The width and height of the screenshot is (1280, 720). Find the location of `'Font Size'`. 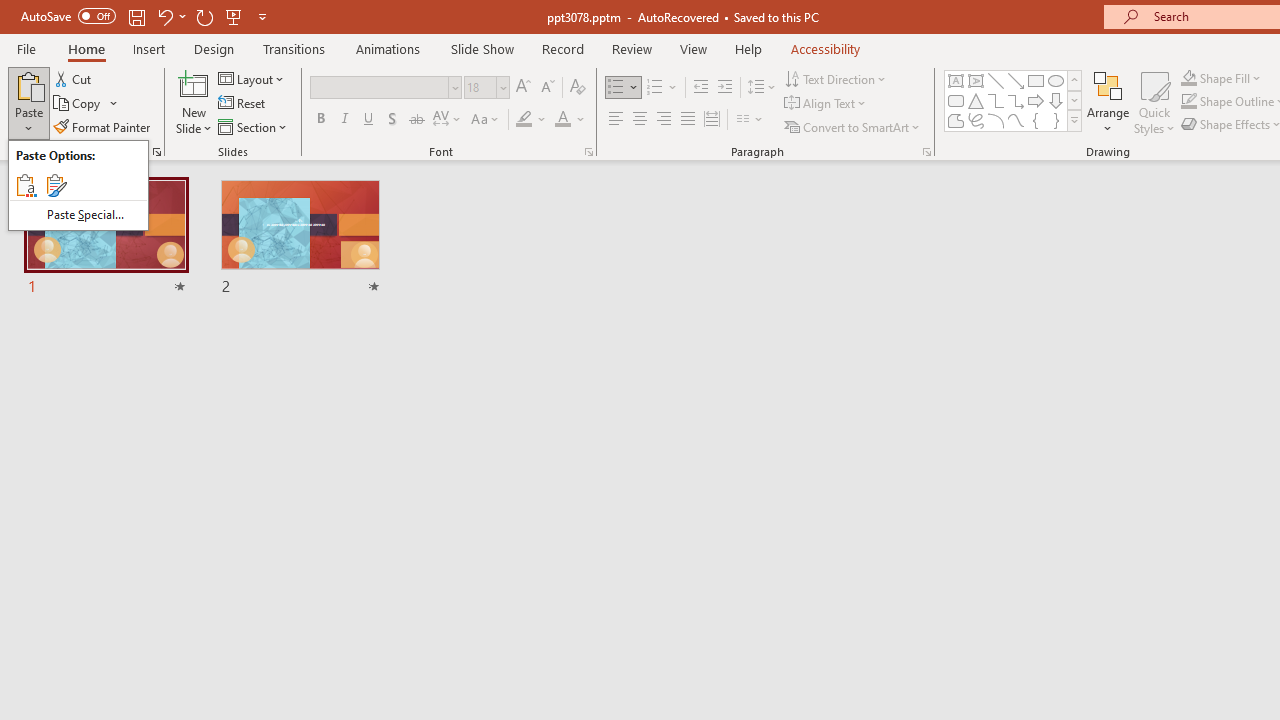

'Font Size' is located at coordinates (486, 86).